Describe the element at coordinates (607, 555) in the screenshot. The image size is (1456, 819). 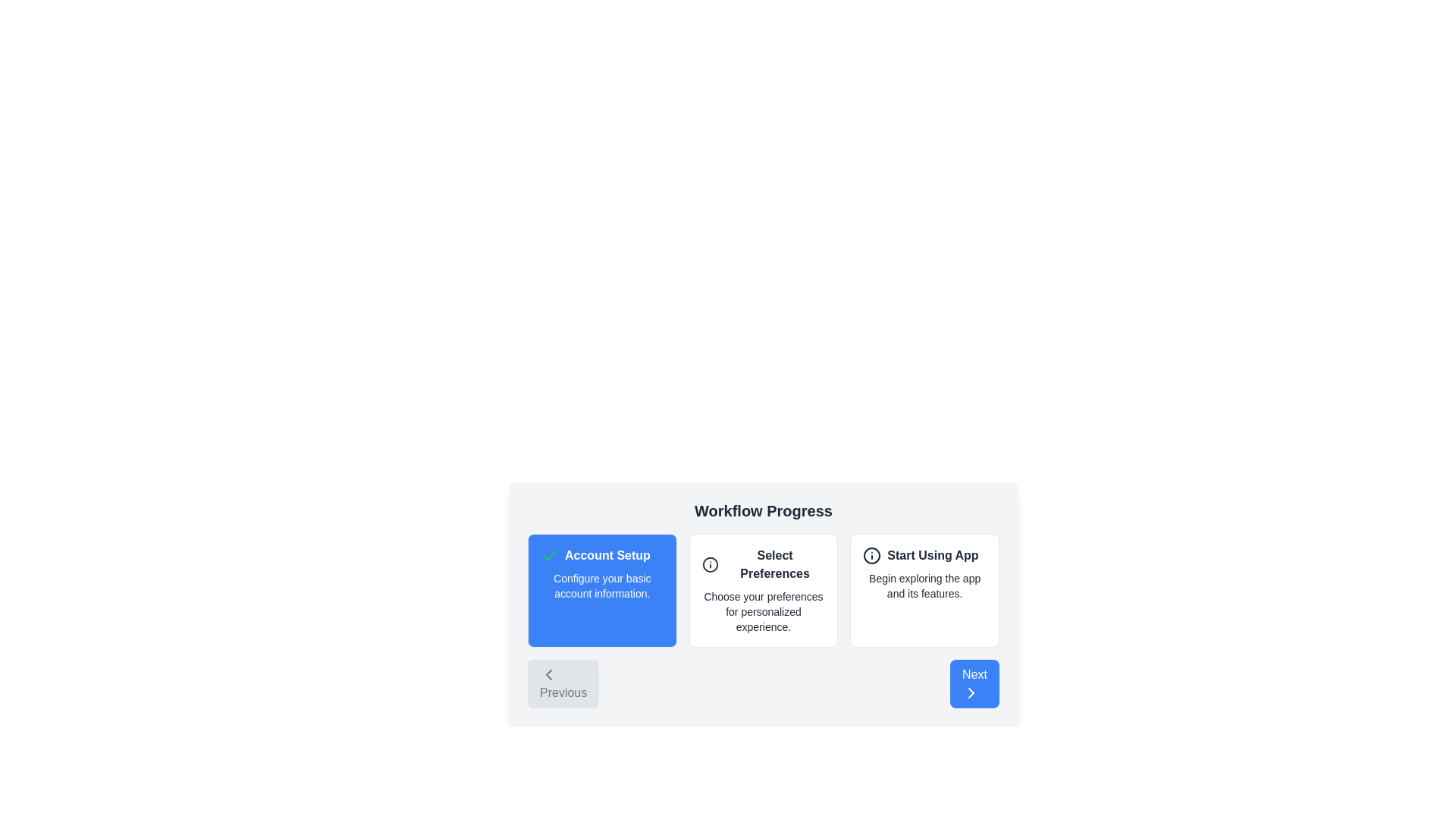
I see `the text label that indicates the name of the first step in the account setup workflow, positioned above the description text 'Configure your basic account information.'` at that location.